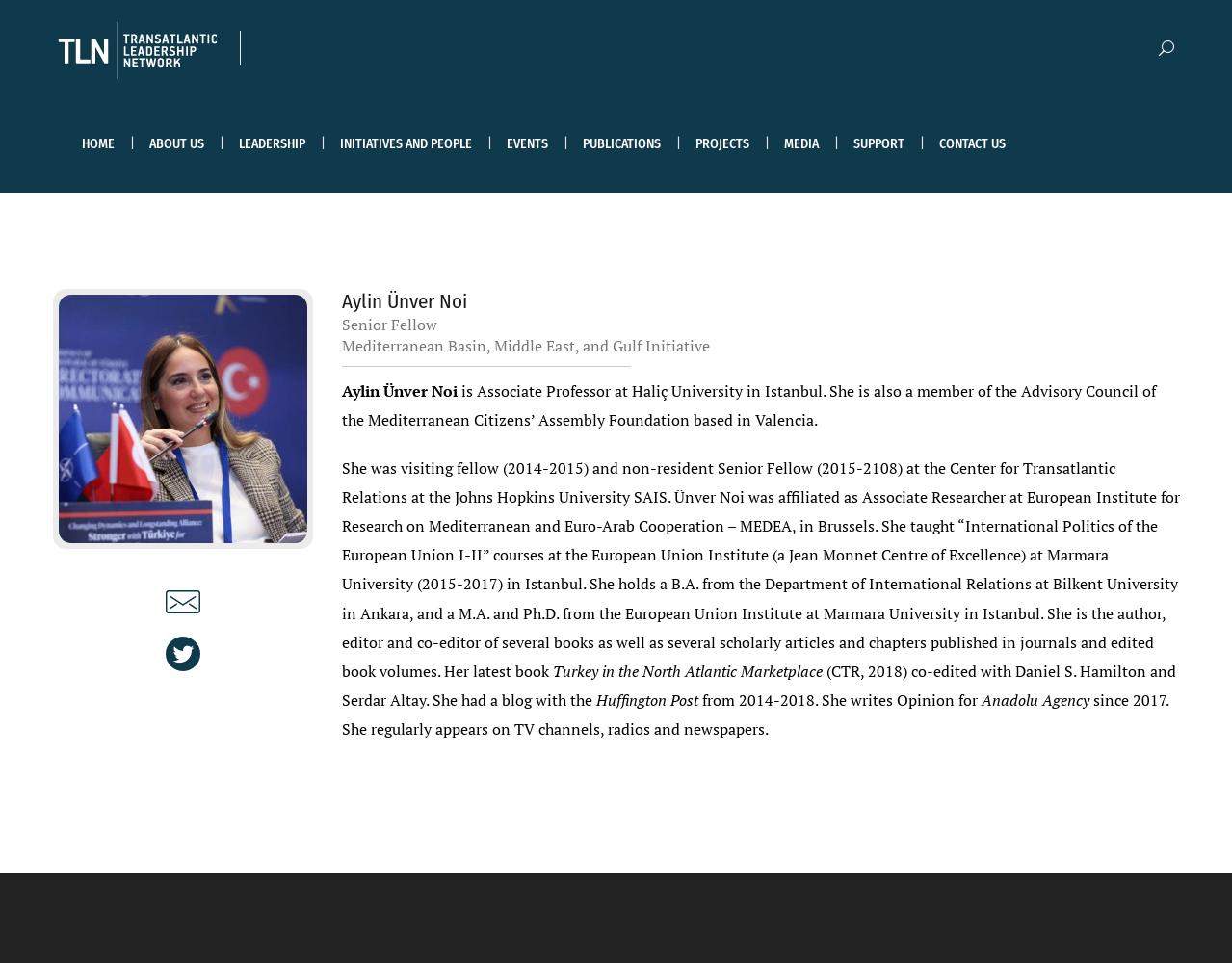 This screenshot has height=963, width=1232. What do you see at coordinates (612, 317) in the screenshot?
I see `'Books'` at bounding box center [612, 317].